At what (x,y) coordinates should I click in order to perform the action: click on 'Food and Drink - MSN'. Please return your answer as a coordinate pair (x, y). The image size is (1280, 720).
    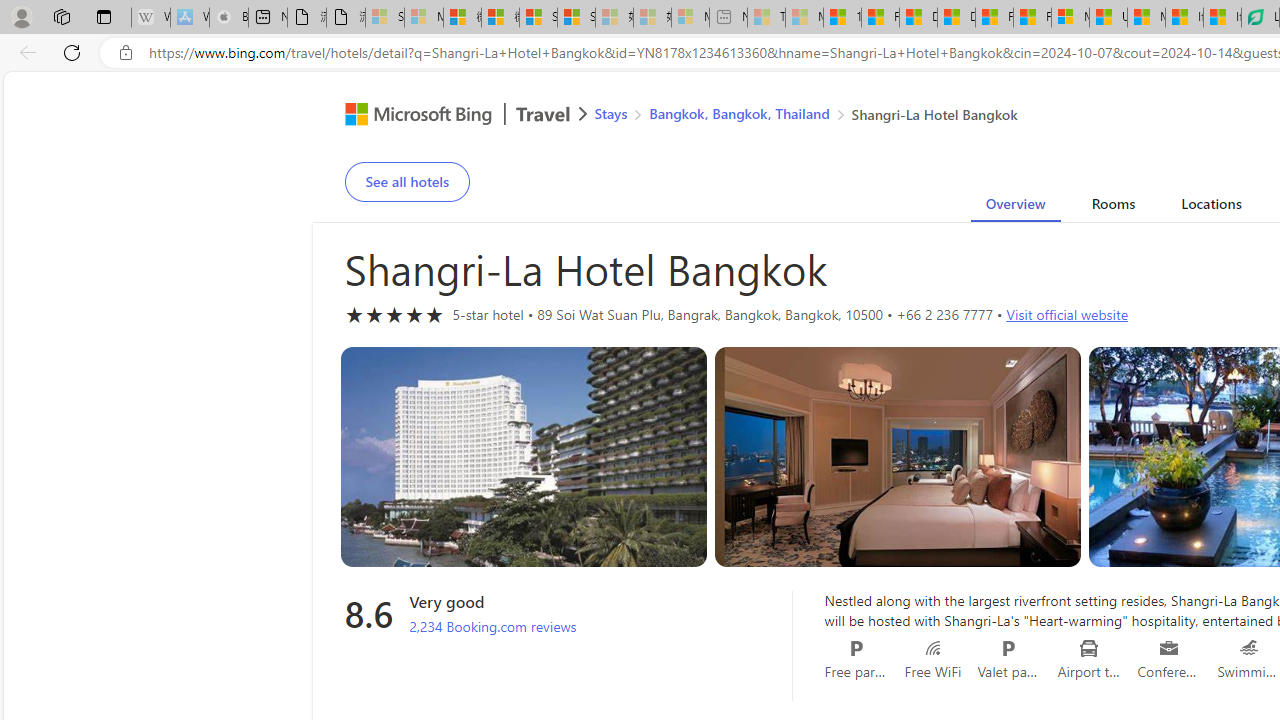
    Looking at the image, I should click on (880, 17).